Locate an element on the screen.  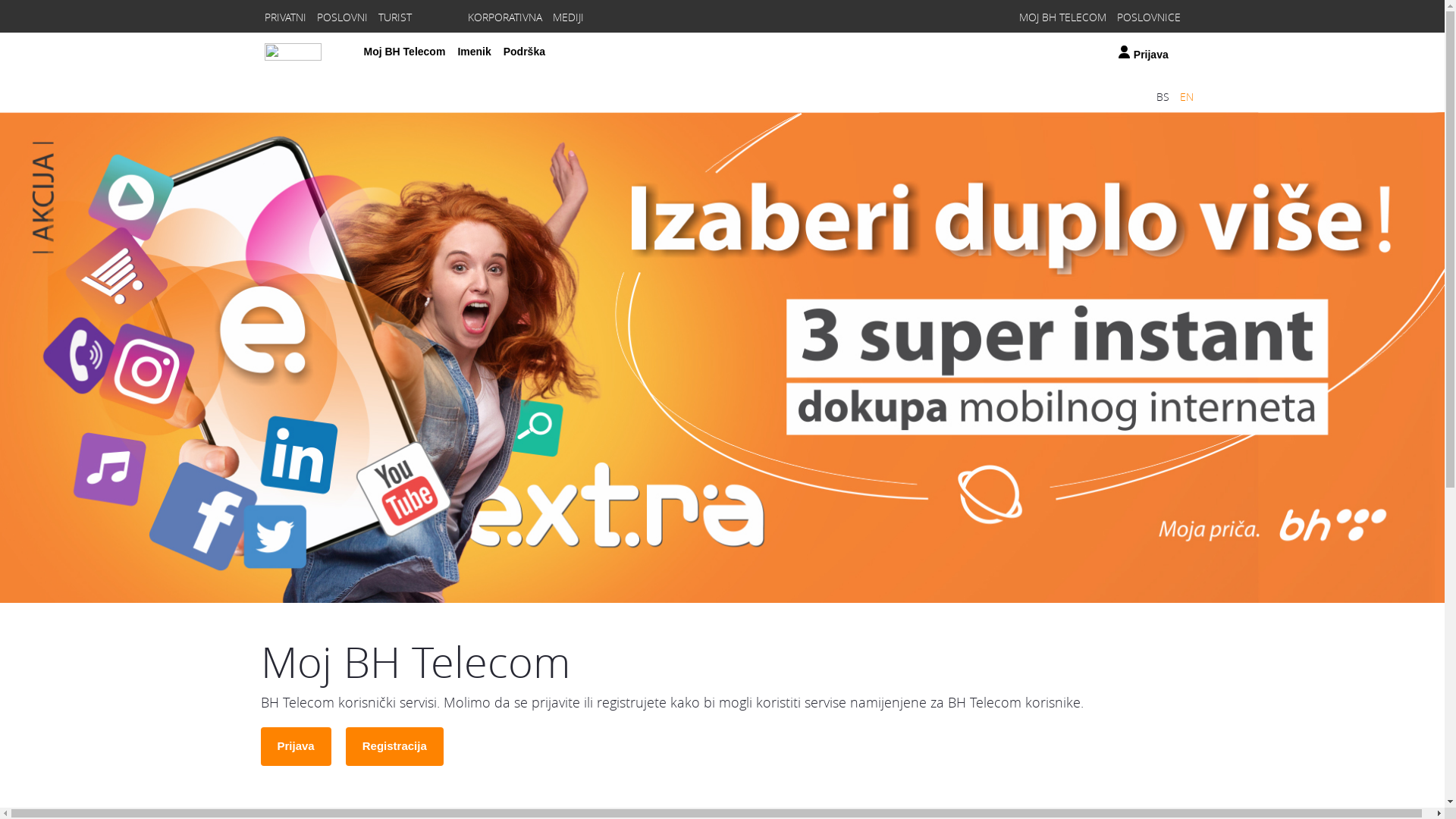
'MEDIJI' is located at coordinates (551, 17).